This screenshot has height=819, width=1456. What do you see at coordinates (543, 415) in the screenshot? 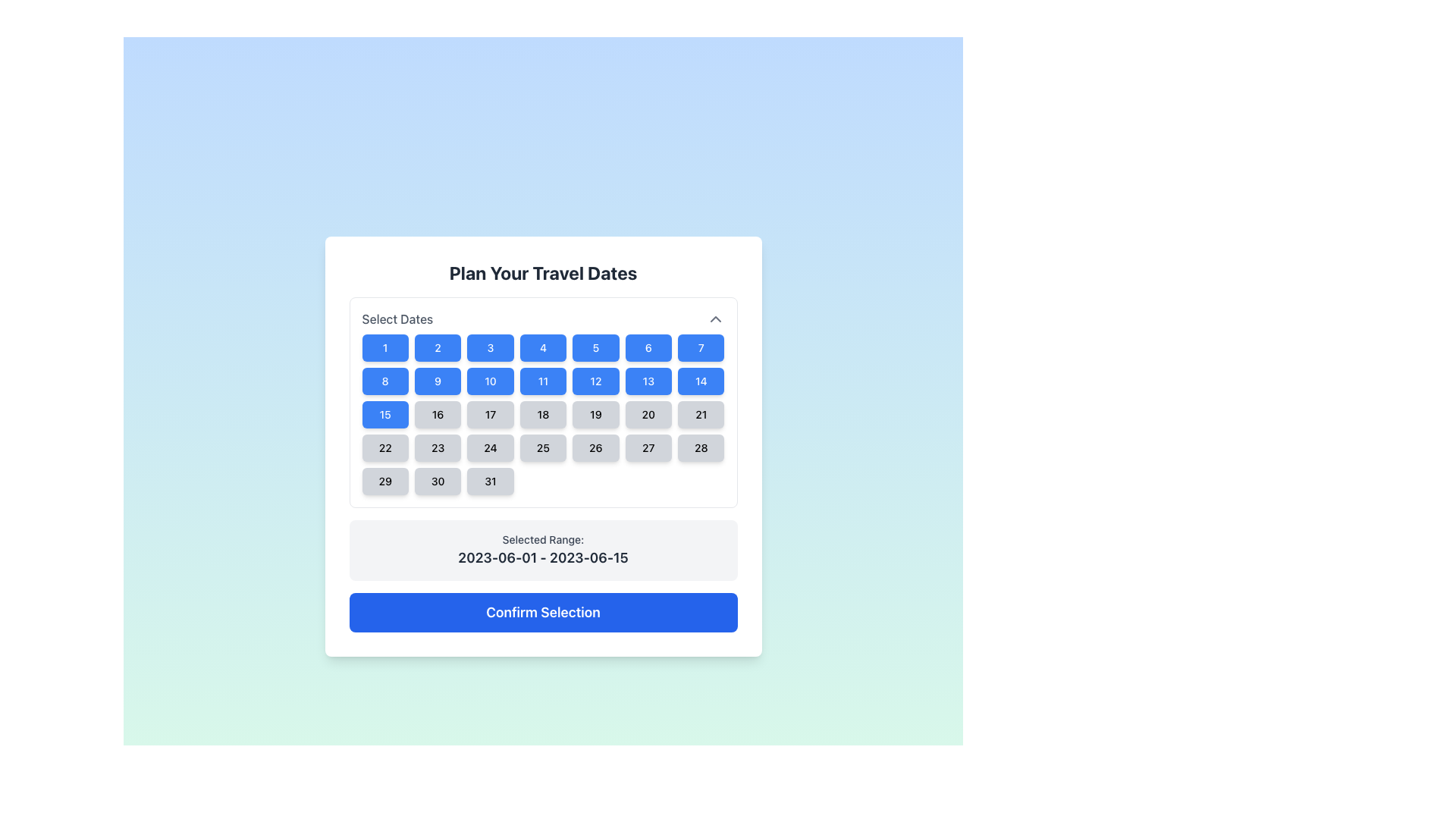
I see `the compact rectangular button with rounded corners and the number '18' in bold, located in the middle row of the calendar layout, fourth column from the left` at bounding box center [543, 415].